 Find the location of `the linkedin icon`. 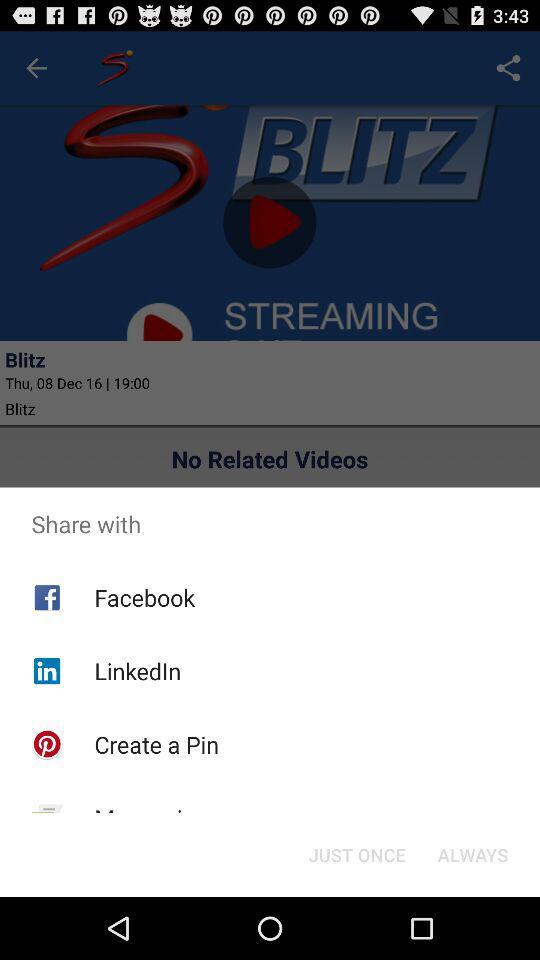

the linkedin icon is located at coordinates (136, 671).